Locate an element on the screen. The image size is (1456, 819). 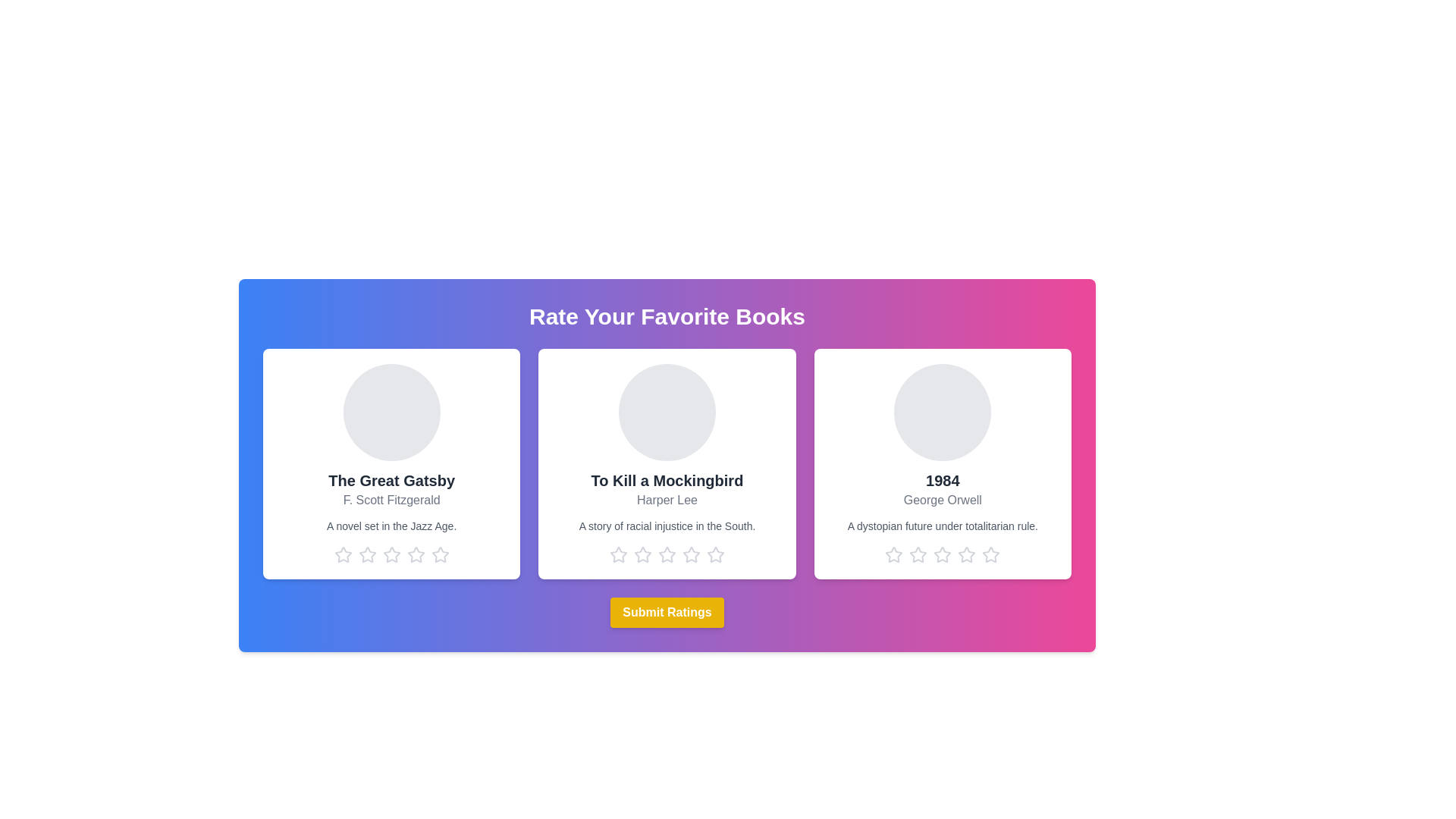
the star corresponding to the rating 1 for the book titled 1984 is located at coordinates (894, 555).